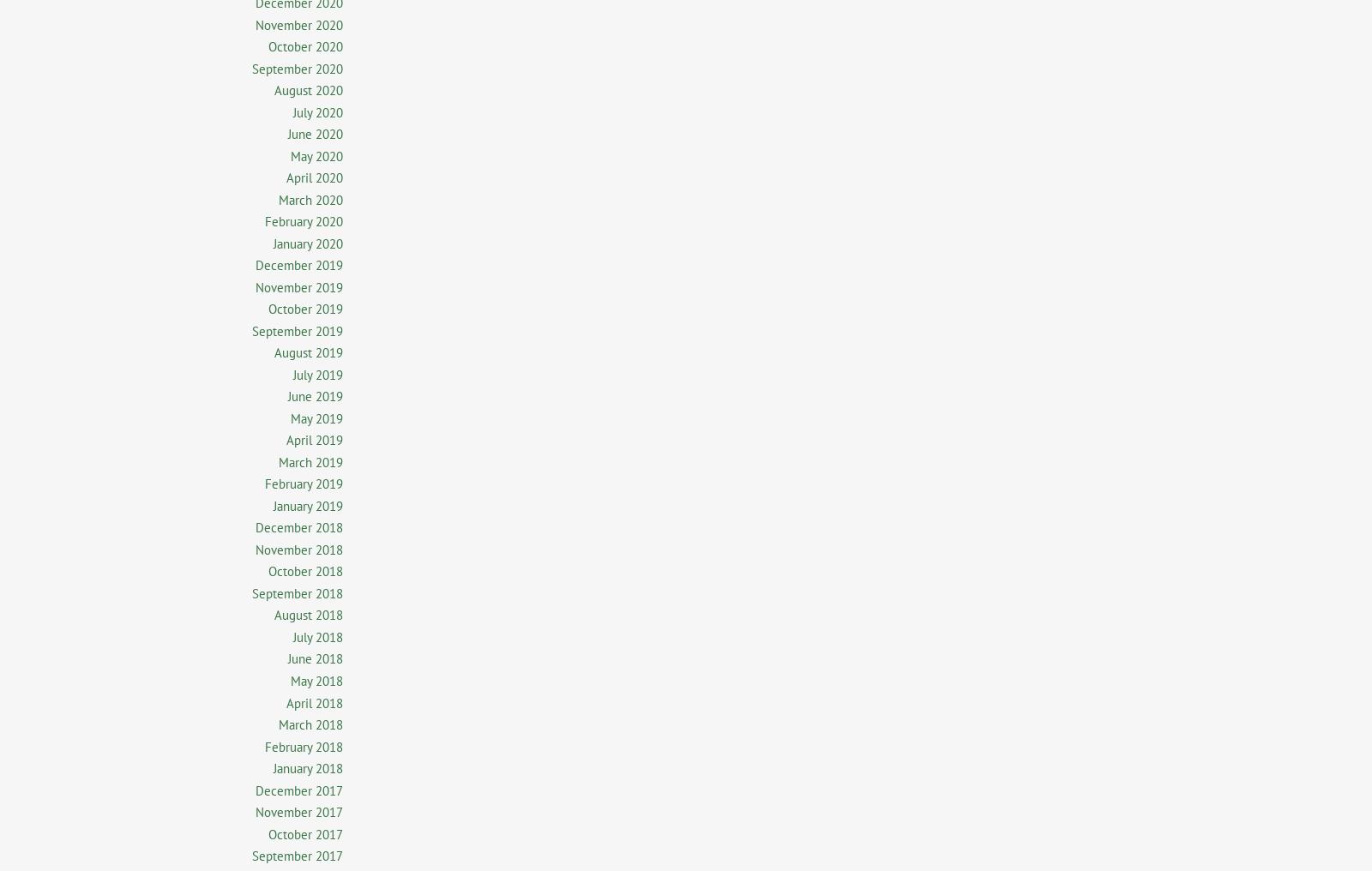 The height and width of the screenshot is (871, 1372). I want to click on 'December 2017', so click(298, 789).